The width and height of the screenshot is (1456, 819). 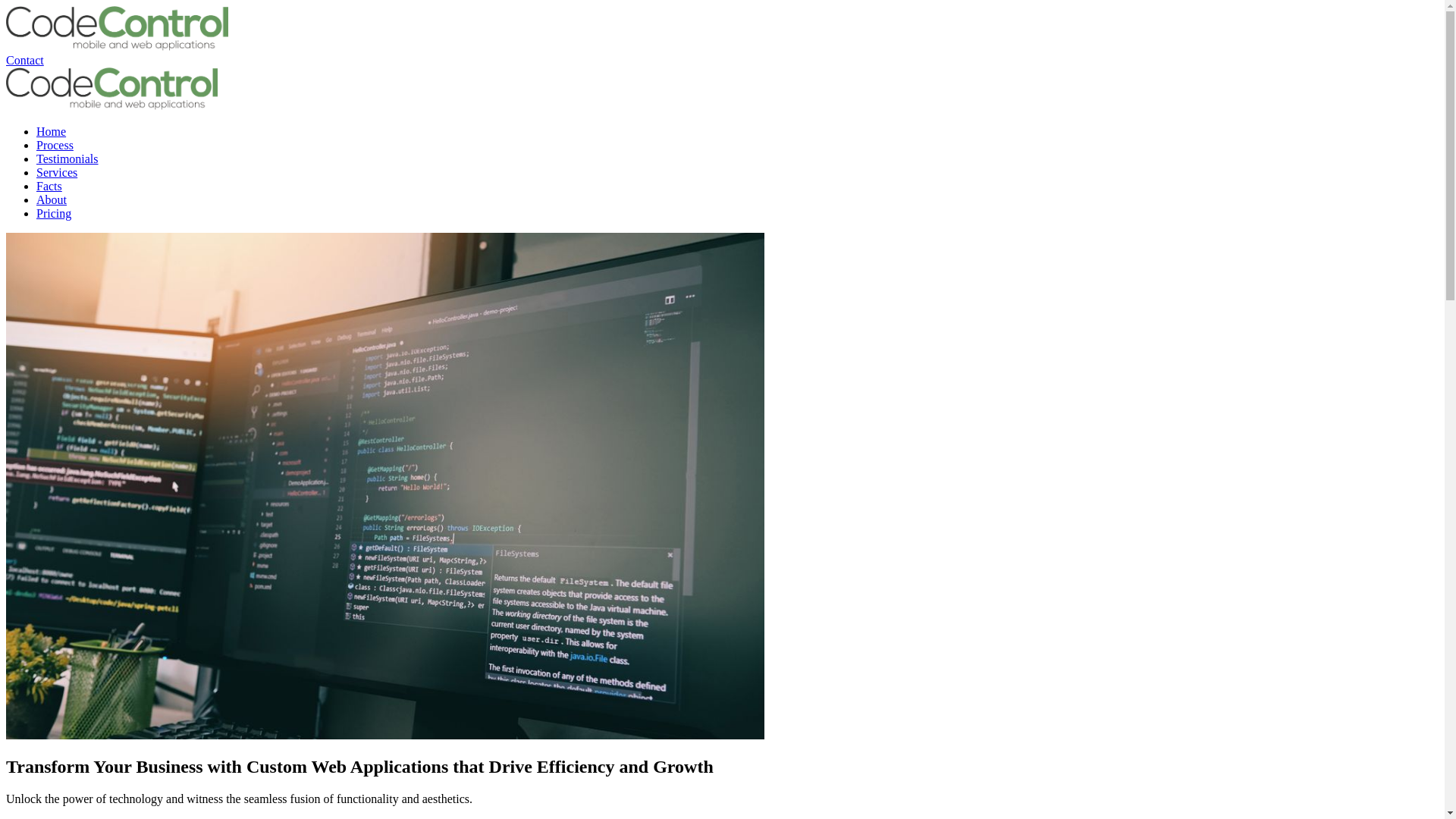 I want to click on 'Facts', so click(x=49, y=185).